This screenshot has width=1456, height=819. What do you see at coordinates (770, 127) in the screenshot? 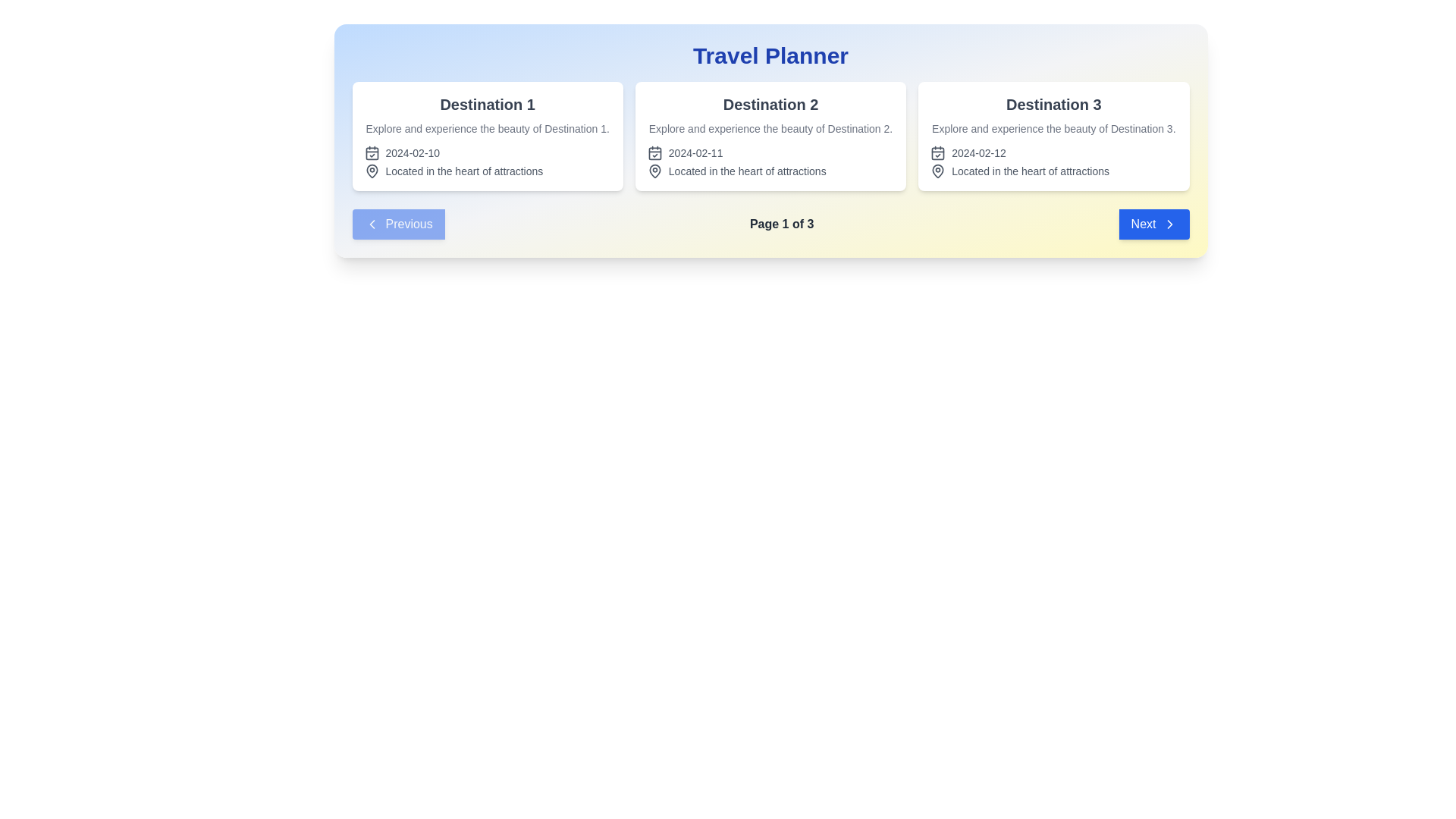
I see `descriptive text block that displays 'Explore and experience the beauty of Destination 2.' located within the 'Destination 2' card, positioned below the title and above the date and location information` at bounding box center [770, 127].